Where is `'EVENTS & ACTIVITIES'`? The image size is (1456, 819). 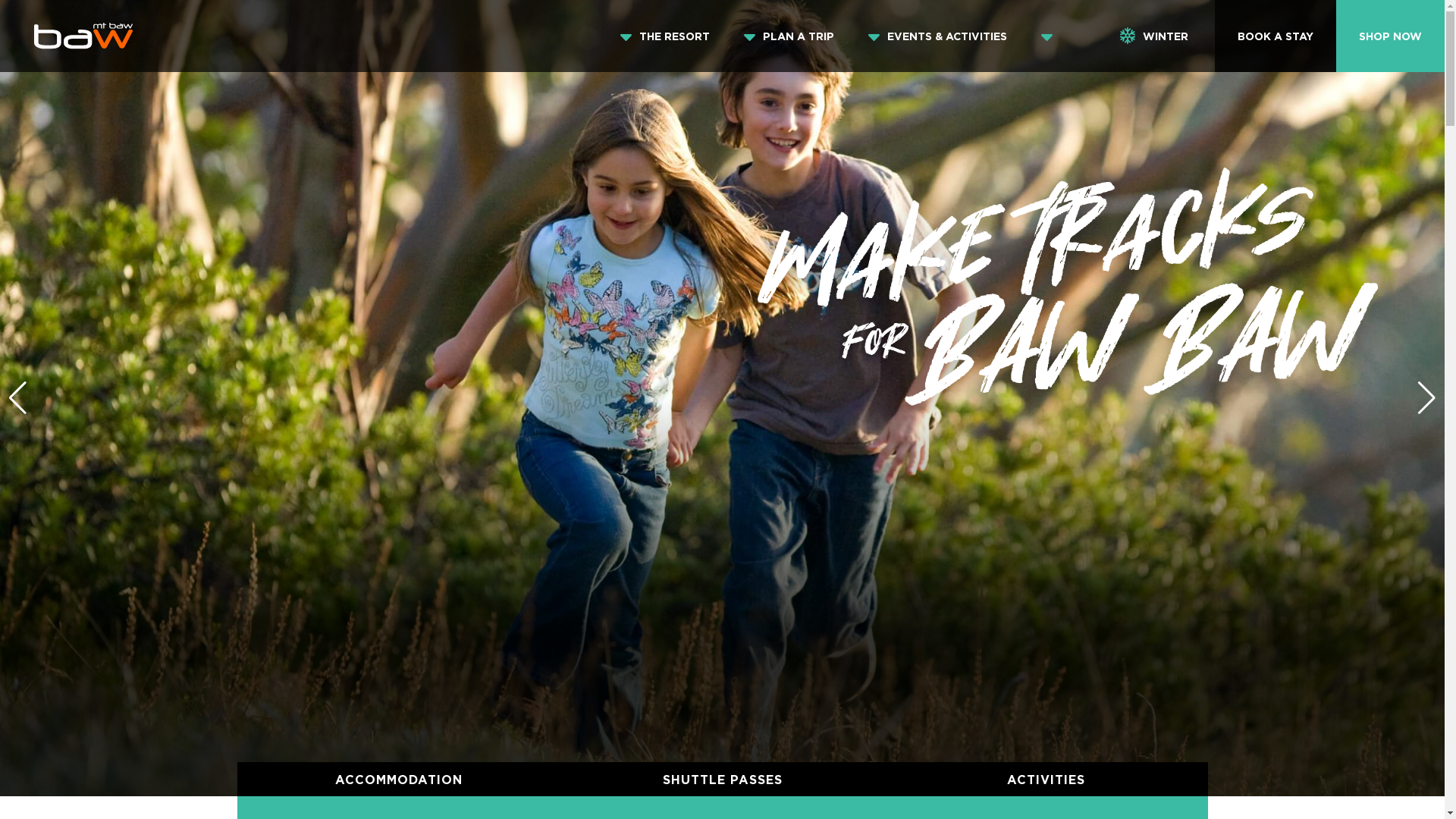
'EVENTS & ACTIVITIES' is located at coordinates (876, 35).